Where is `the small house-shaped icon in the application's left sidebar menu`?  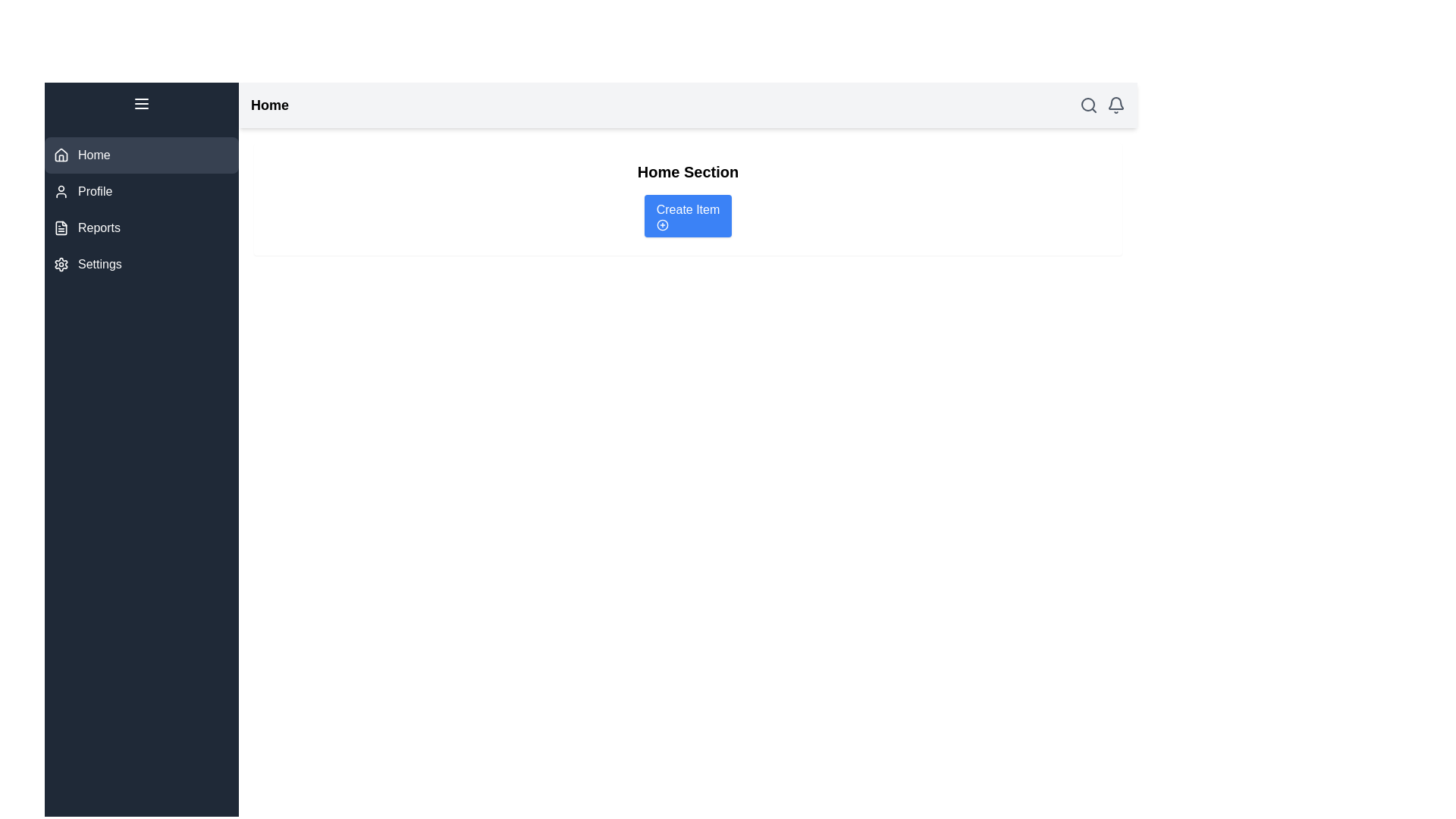
the small house-shaped icon in the application's left sidebar menu is located at coordinates (61, 155).